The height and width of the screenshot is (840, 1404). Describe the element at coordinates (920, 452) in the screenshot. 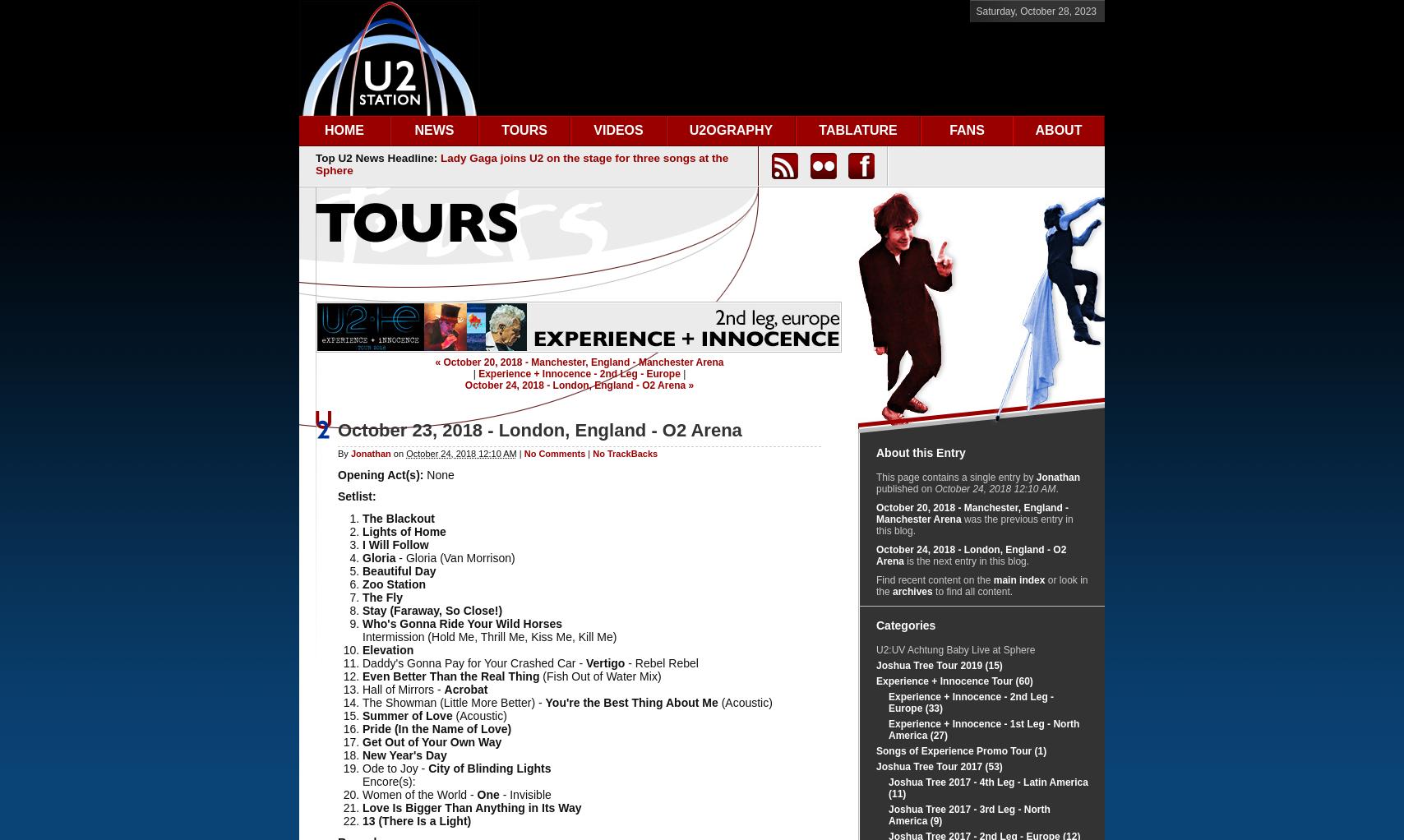

I see `'About this Entry'` at that location.